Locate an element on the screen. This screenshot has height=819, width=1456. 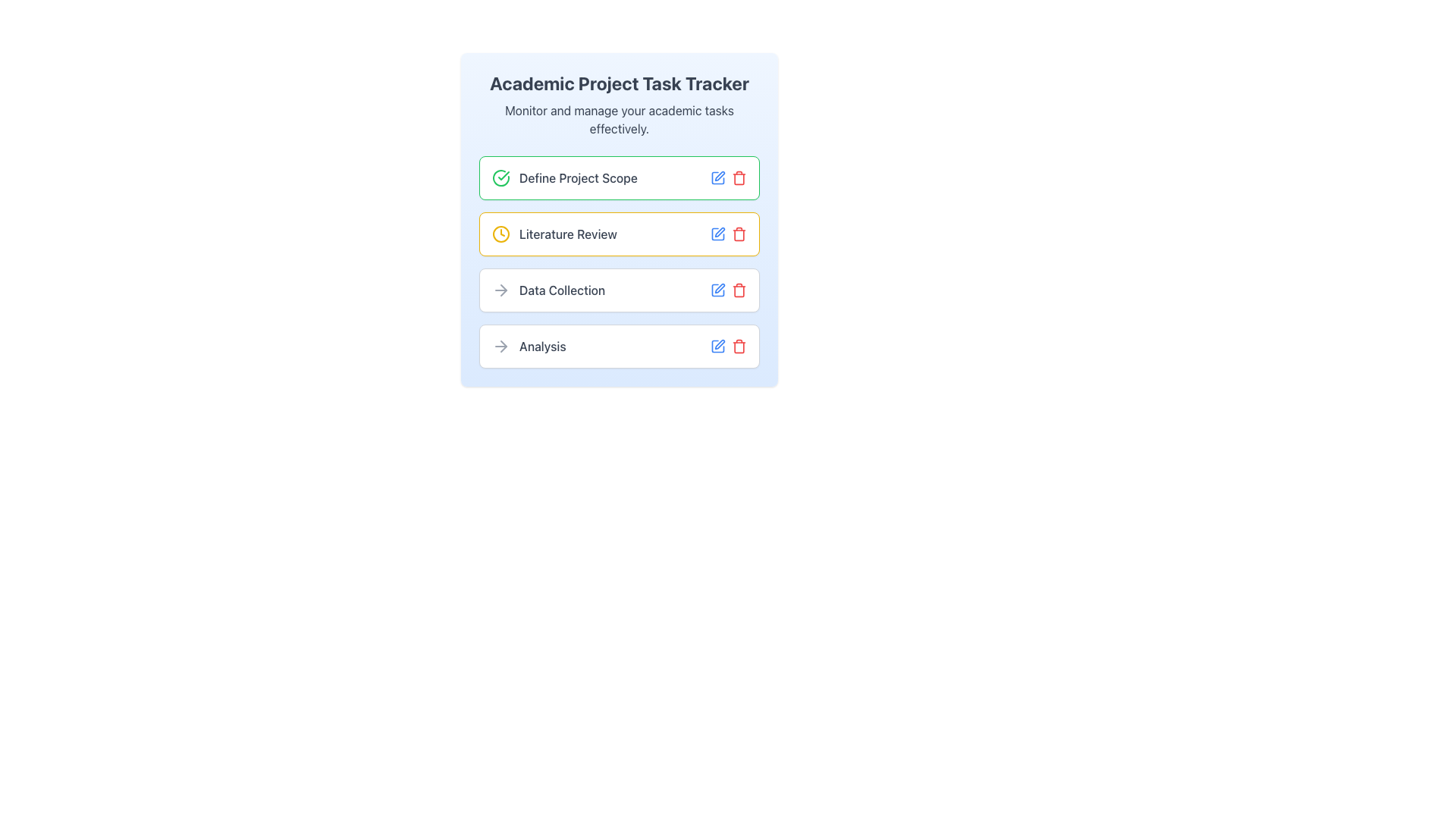
the completion status icon for the task 'Define Project Scope', which indicates that the task is marked as completed is located at coordinates (501, 177).